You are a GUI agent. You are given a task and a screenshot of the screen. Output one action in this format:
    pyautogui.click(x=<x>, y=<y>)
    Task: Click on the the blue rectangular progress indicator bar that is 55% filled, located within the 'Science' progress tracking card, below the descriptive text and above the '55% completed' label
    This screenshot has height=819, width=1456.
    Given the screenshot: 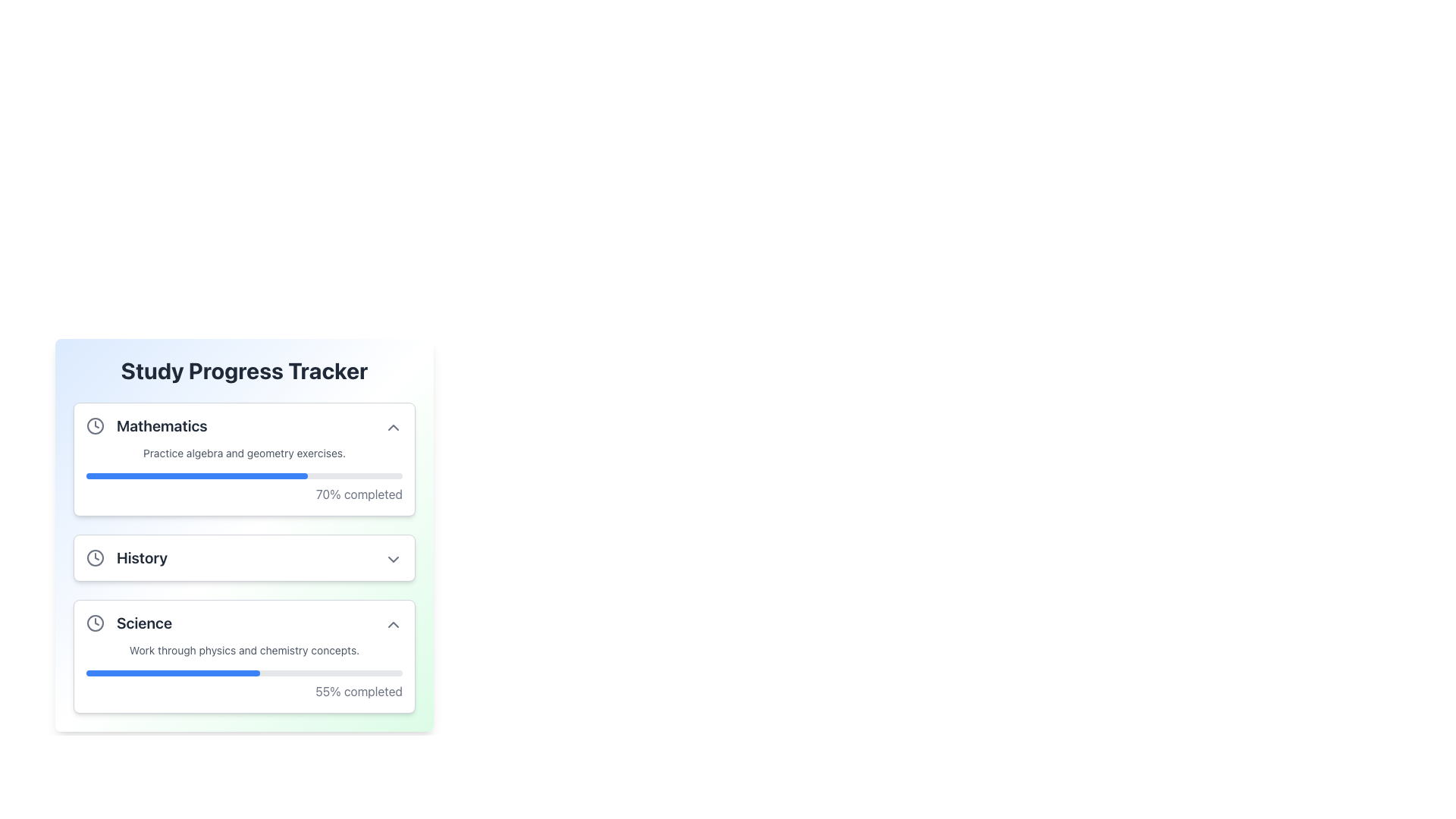 What is the action you would take?
    pyautogui.click(x=173, y=672)
    